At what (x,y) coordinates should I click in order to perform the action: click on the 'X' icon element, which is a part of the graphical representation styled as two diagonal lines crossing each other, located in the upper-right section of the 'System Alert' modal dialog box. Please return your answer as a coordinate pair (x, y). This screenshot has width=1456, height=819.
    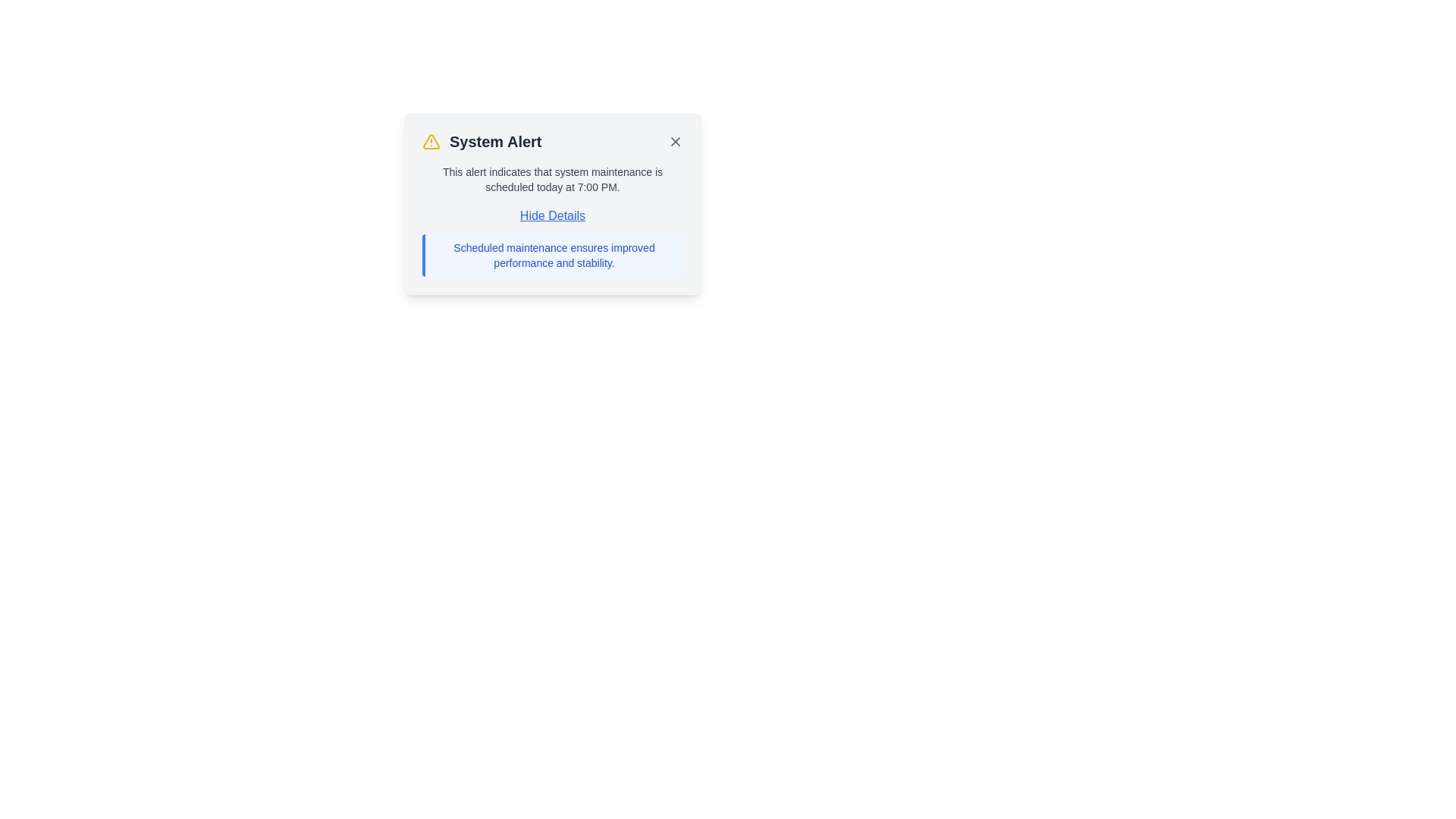
    Looking at the image, I should click on (675, 141).